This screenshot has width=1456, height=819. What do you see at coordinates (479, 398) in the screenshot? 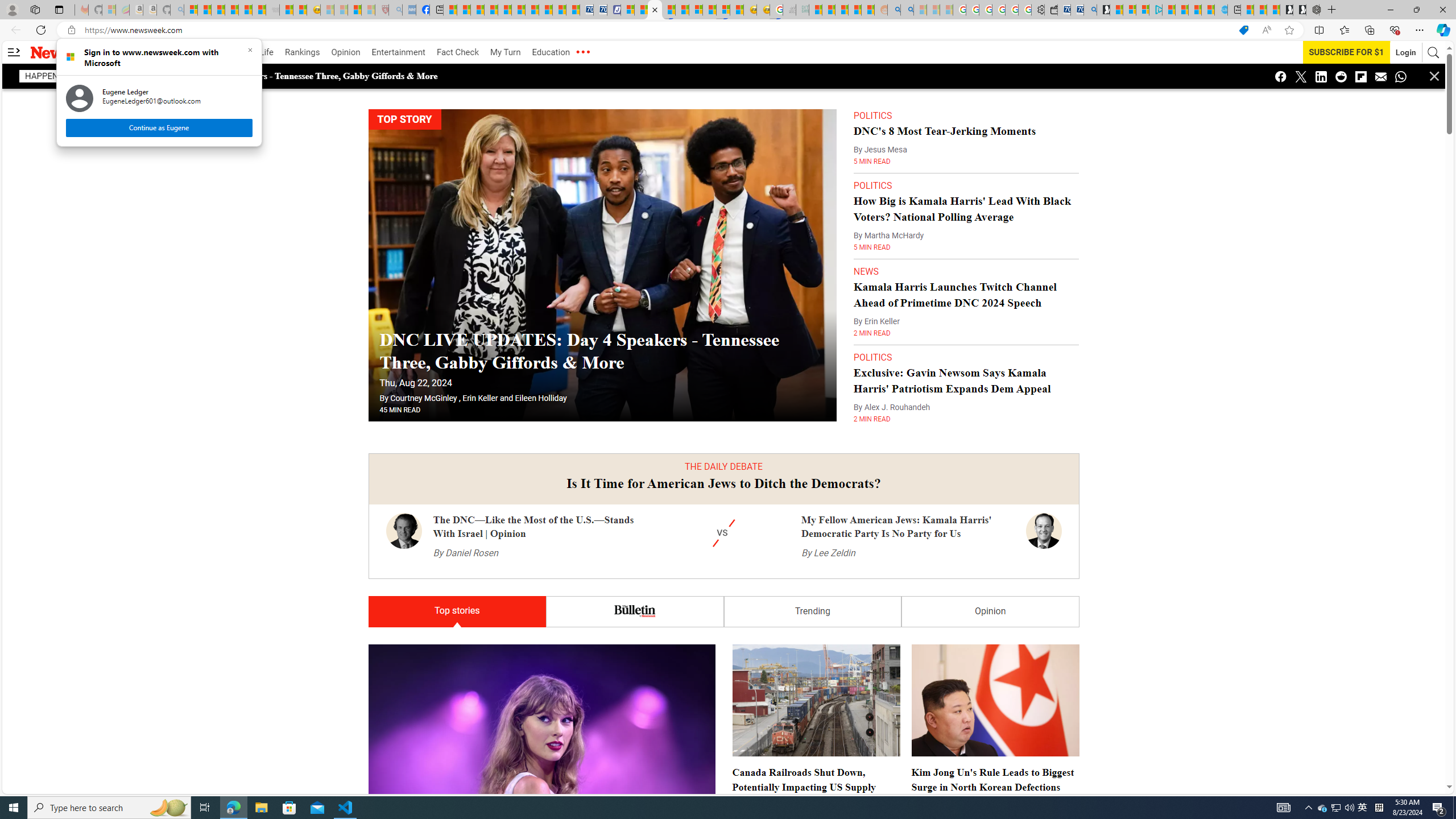
I see `'Erin Keller'` at bounding box center [479, 398].